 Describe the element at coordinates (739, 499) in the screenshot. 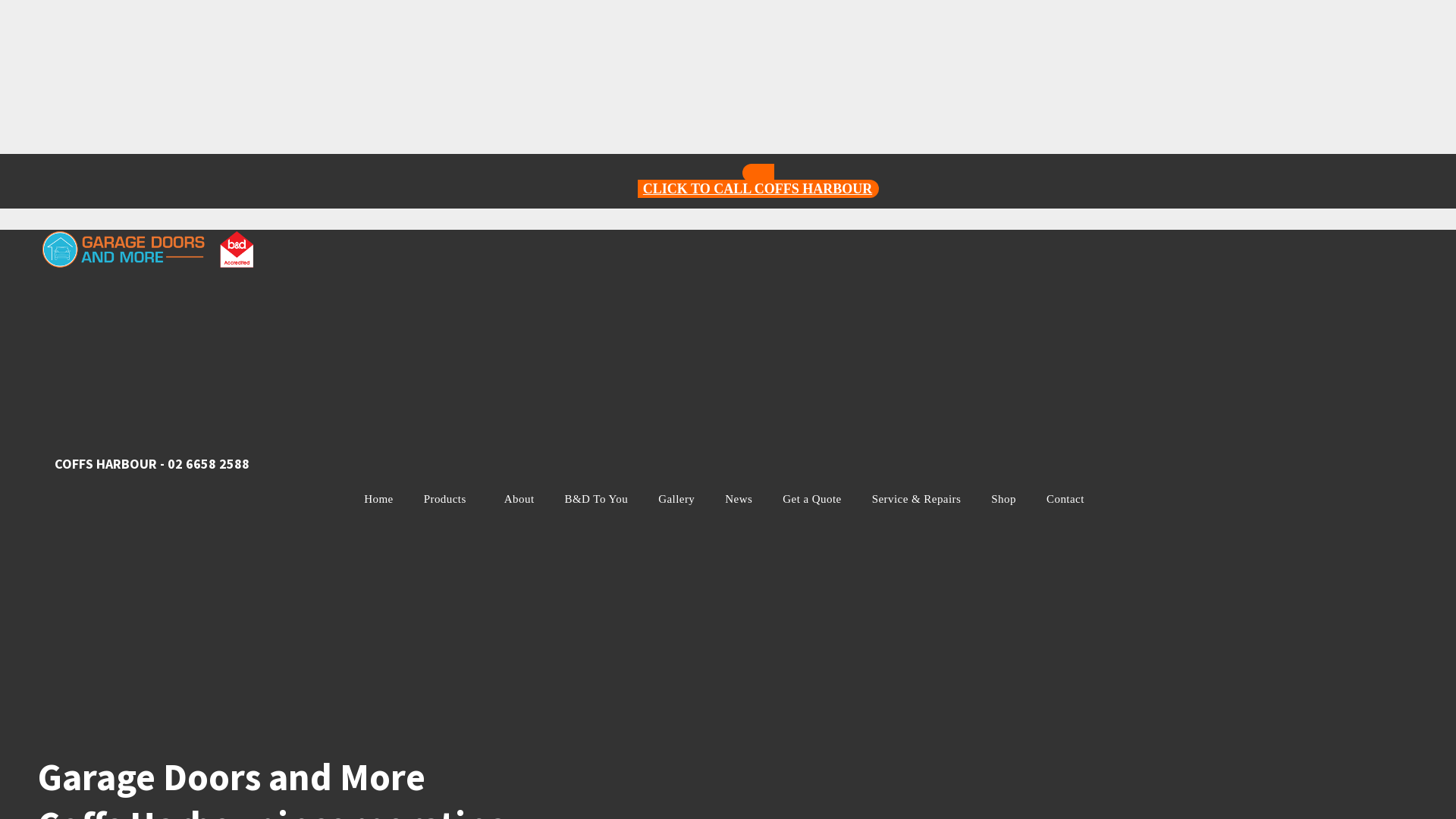

I see `'News'` at that location.